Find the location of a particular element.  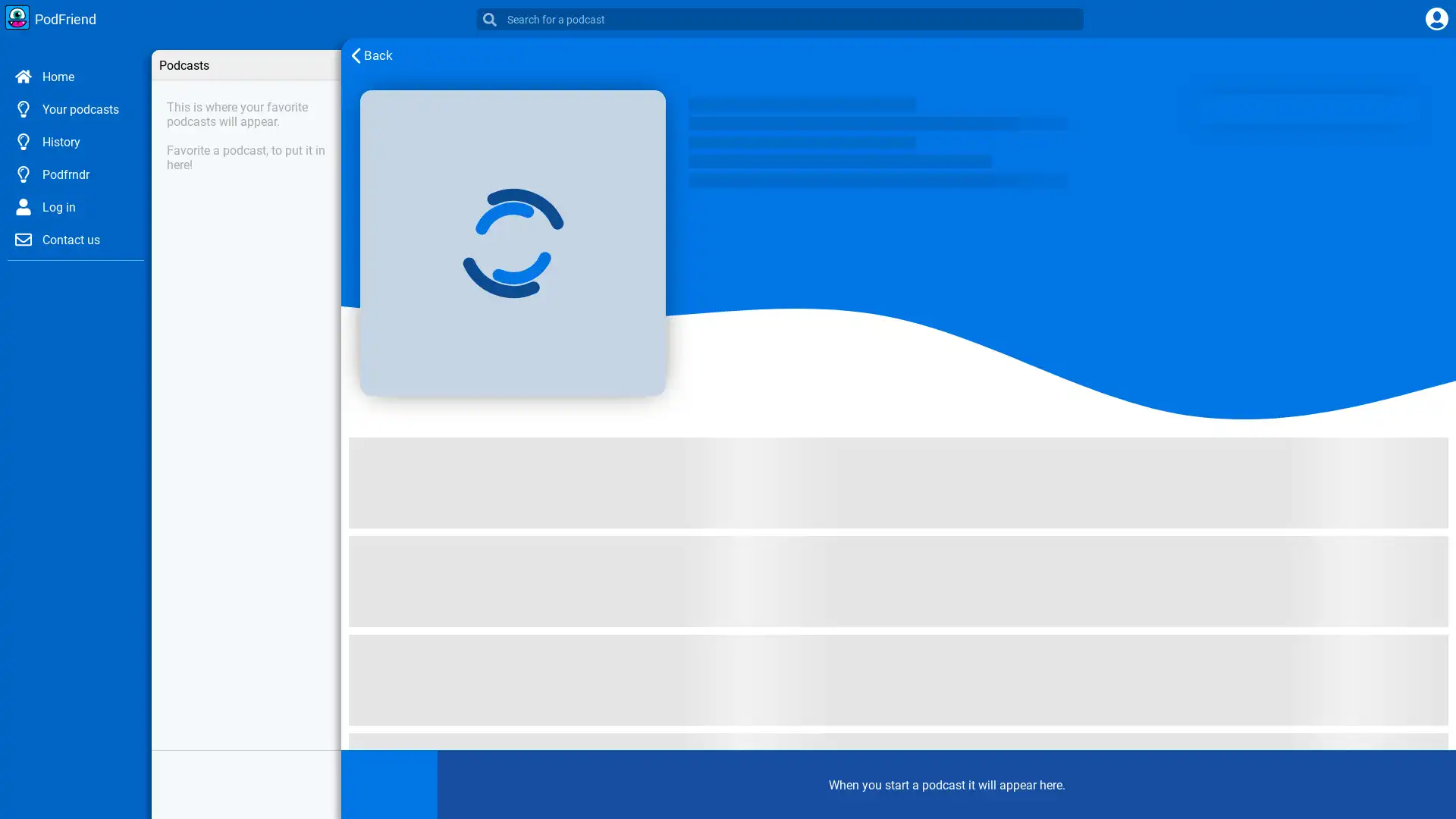

Share is located at coordinates (409, 659).